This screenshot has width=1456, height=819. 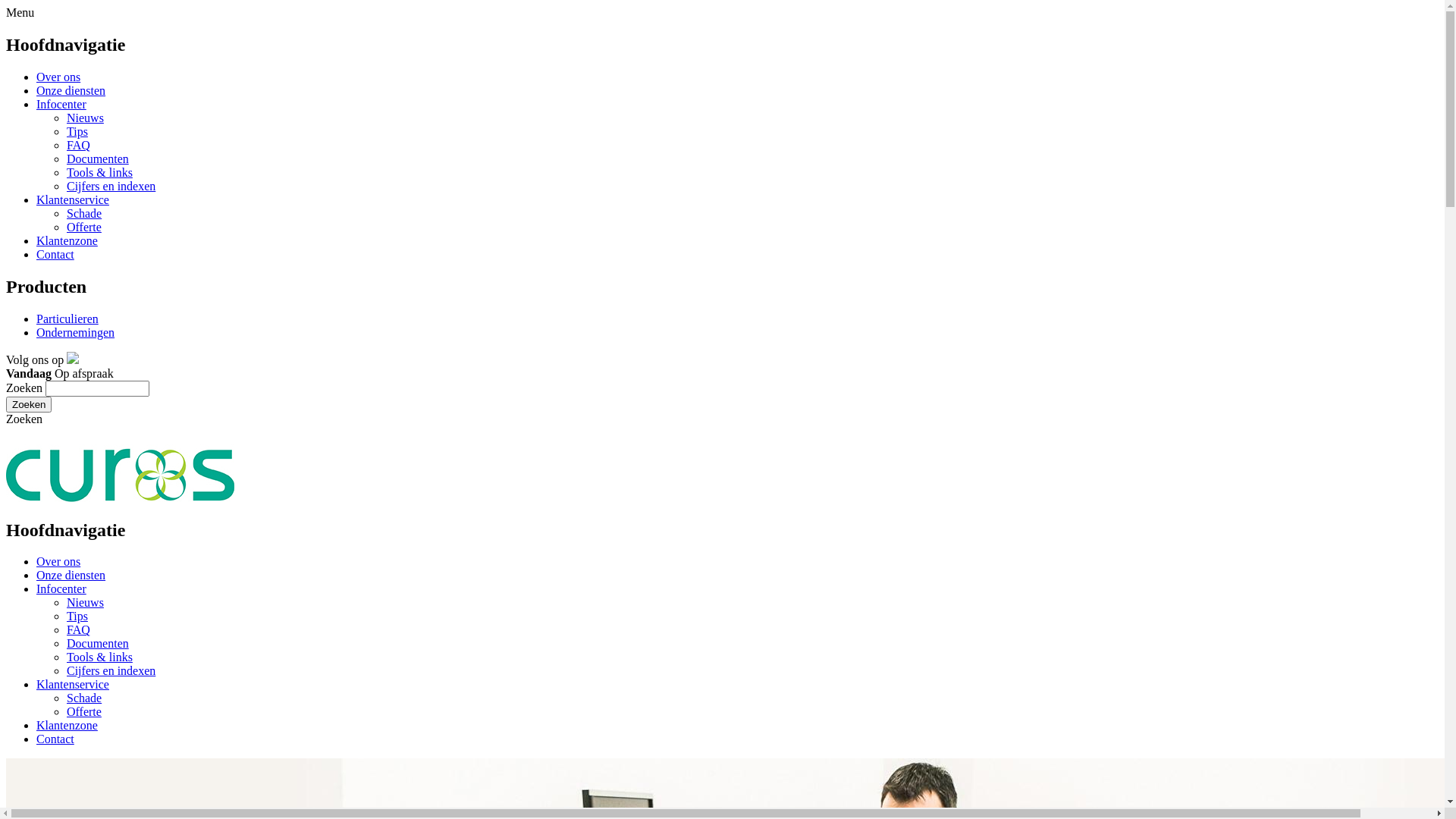 I want to click on 'Tools & links', so click(x=99, y=656).